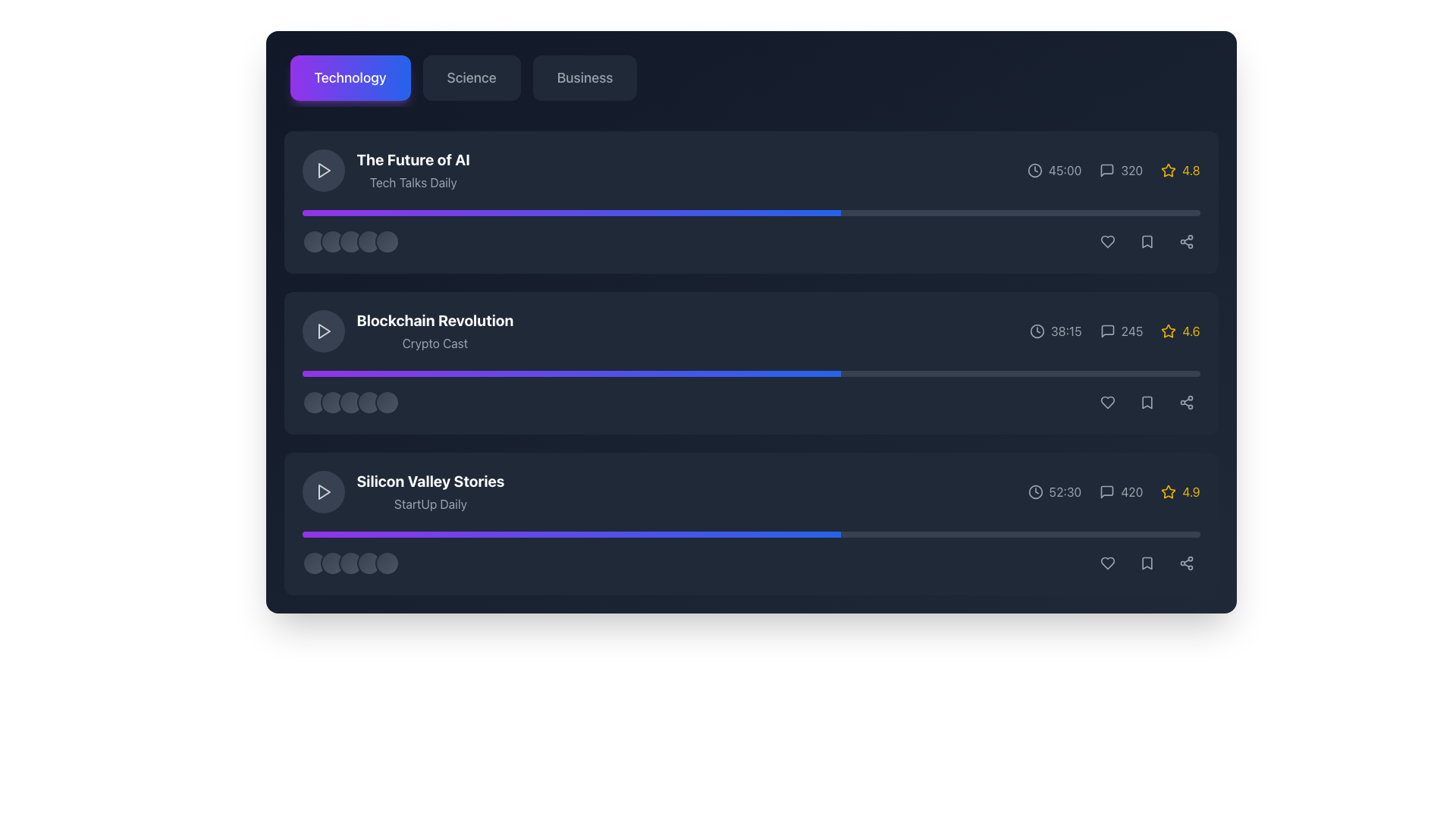 This screenshot has height=819, width=1456. What do you see at coordinates (1065, 330) in the screenshot?
I see `text content of the Label/Text Display showing '38:15', positioned in the second row of podcast entries, next to a clock icon` at bounding box center [1065, 330].